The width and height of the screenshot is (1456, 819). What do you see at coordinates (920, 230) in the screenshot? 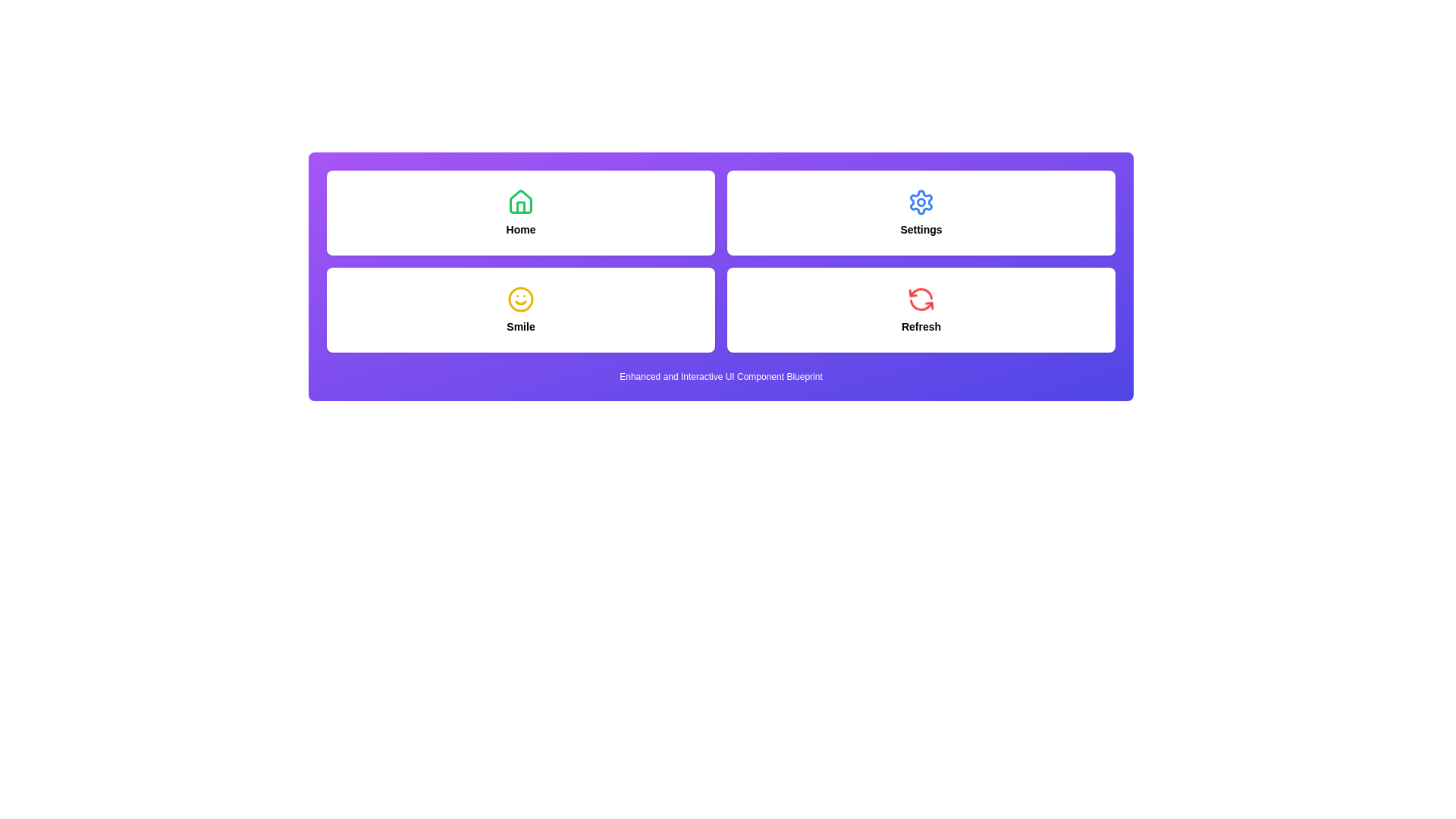
I see `the 'Settings' text label, which is styled with a smaller size font and bold weight, located below the gear-shaped icon in the top-right corner of the grid layout` at bounding box center [920, 230].